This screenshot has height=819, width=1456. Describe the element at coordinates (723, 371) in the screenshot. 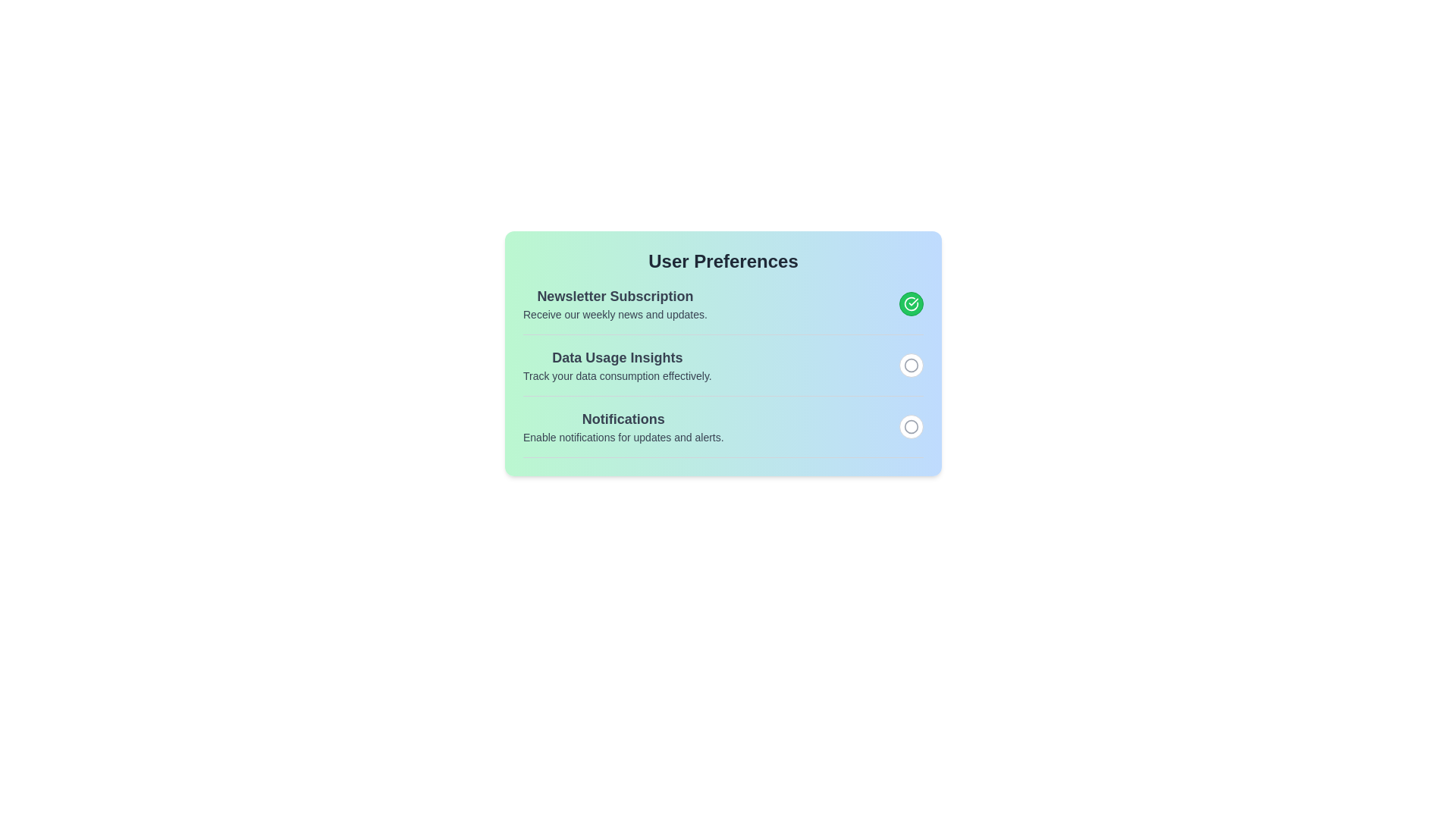

I see `the second section of the Interactive List within the 'User Preferences' card` at that location.